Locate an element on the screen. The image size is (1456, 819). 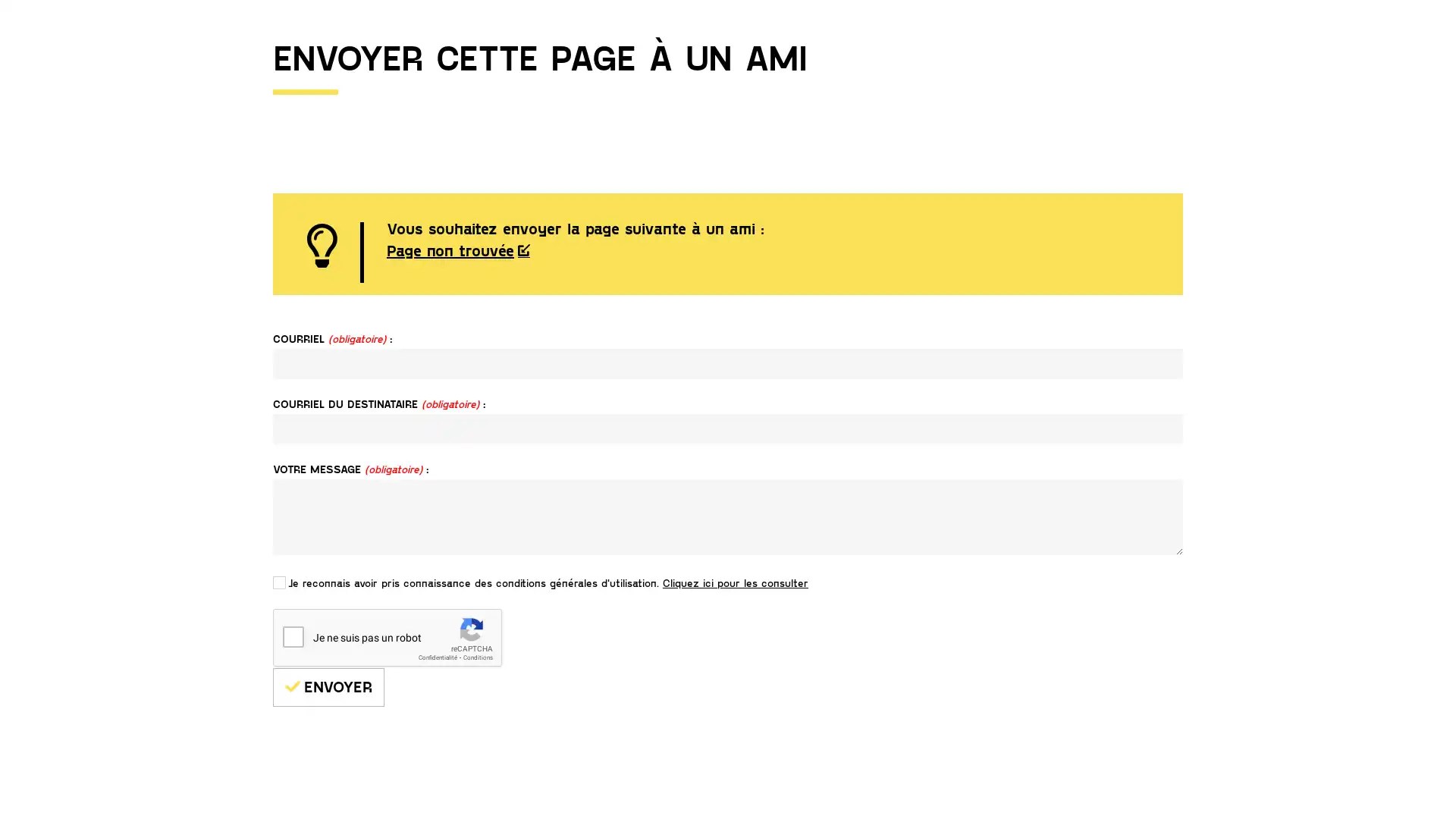
ENVOYER is located at coordinates (328, 686).